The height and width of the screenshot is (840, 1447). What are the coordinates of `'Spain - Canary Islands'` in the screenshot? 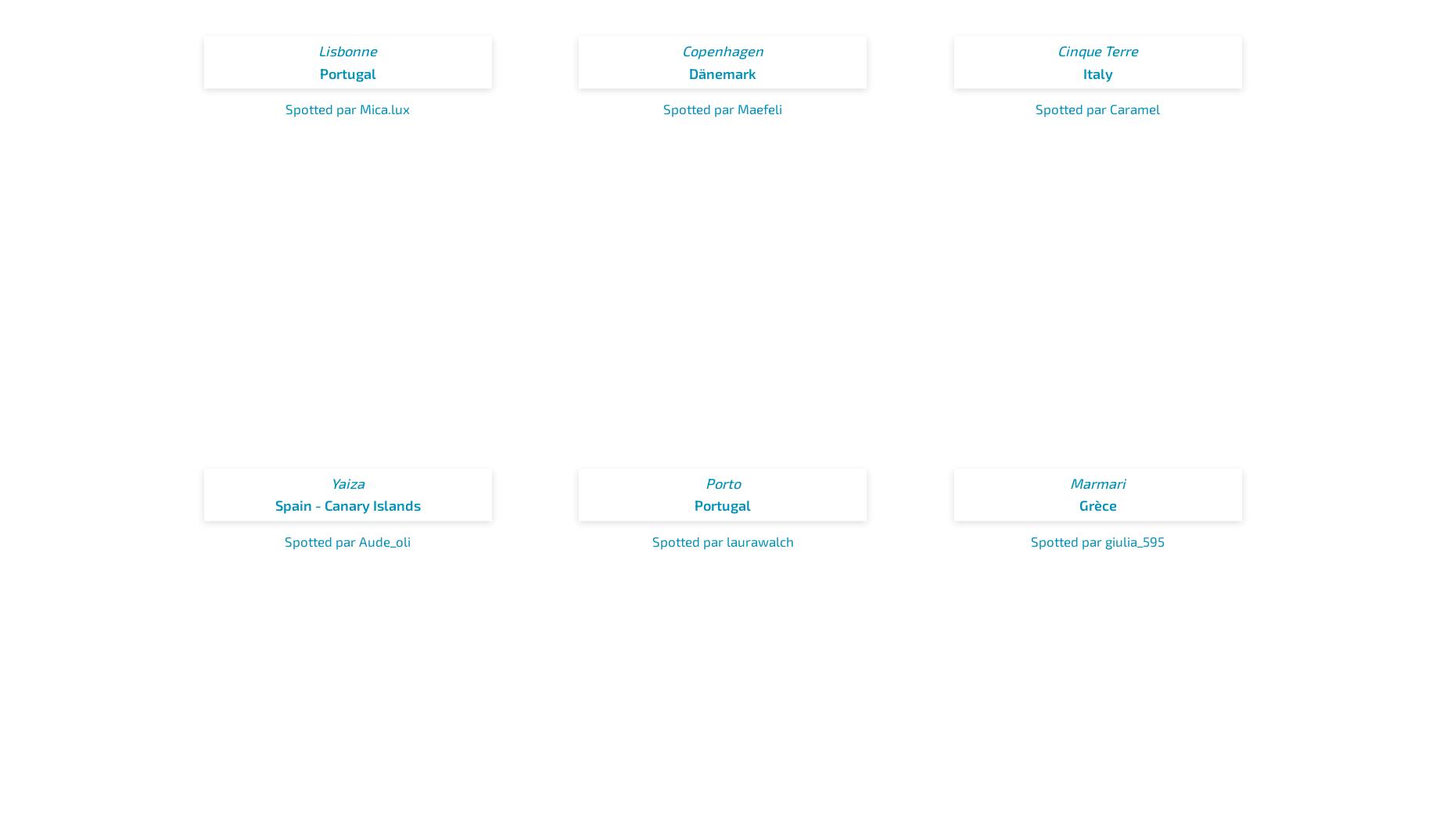 It's located at (346, 504).